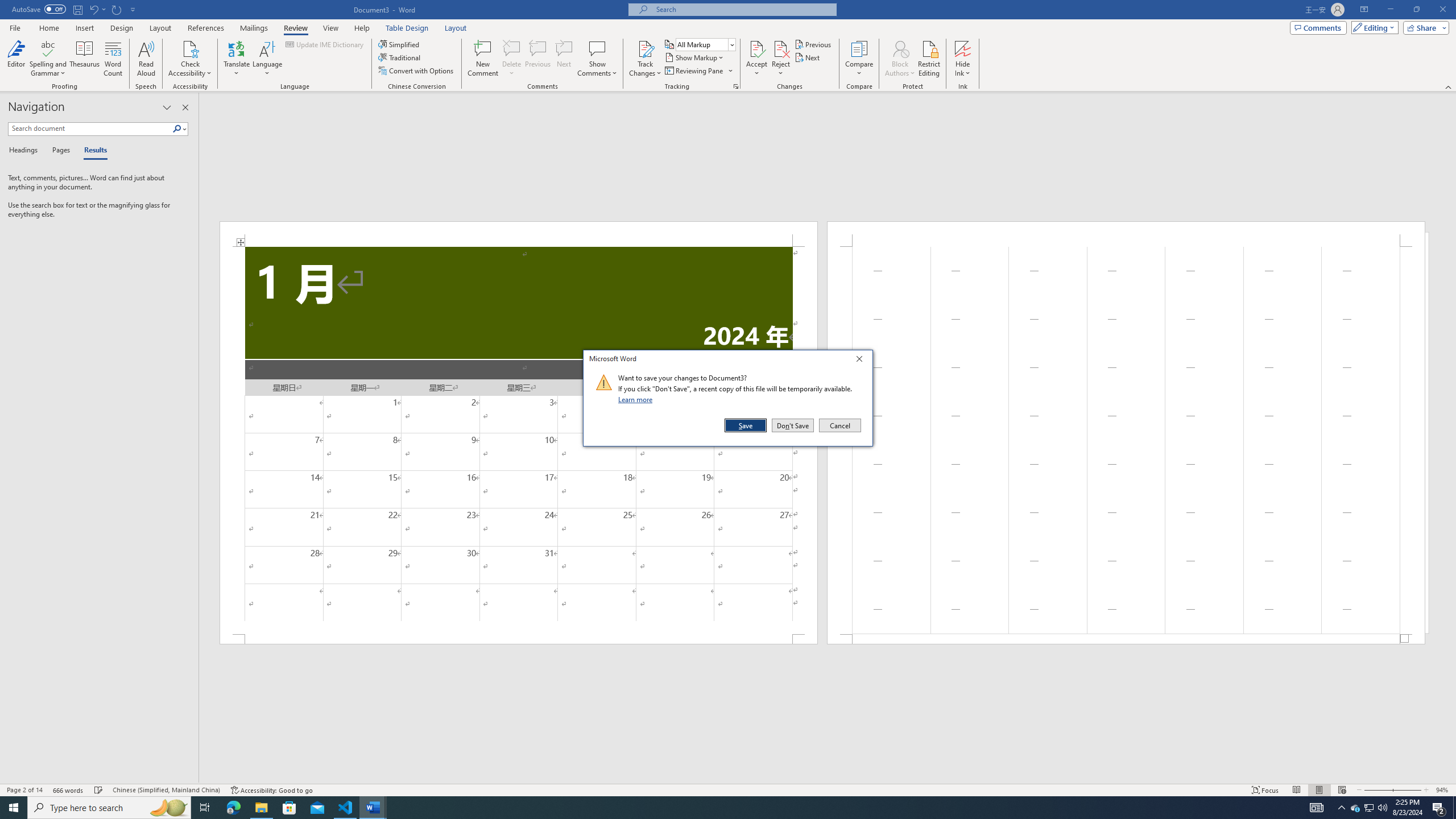 The width and height of the screenshot is (1456, 819). I want to click on 'Compare', so click(859, 59).